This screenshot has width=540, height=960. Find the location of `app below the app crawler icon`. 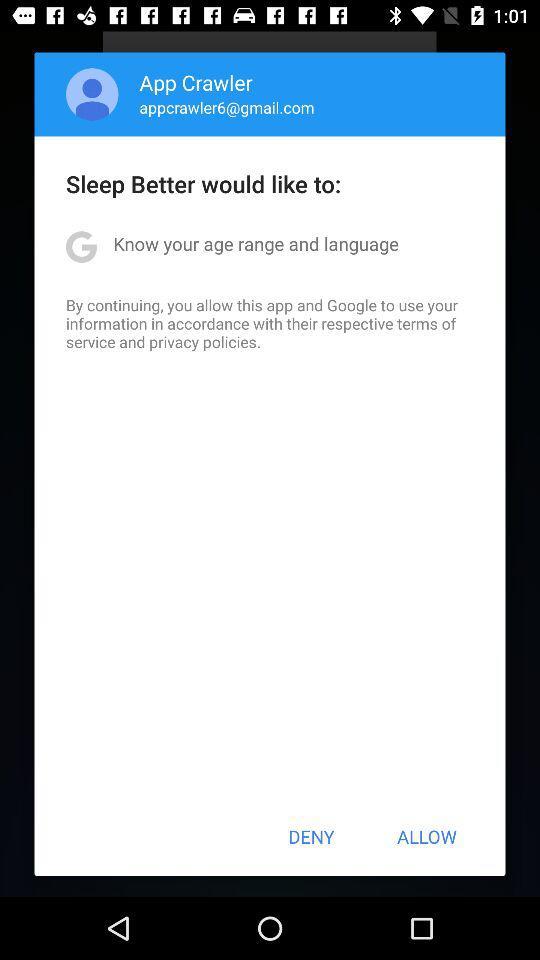

app below the app crawler icon is located at coordinates (226, 107).